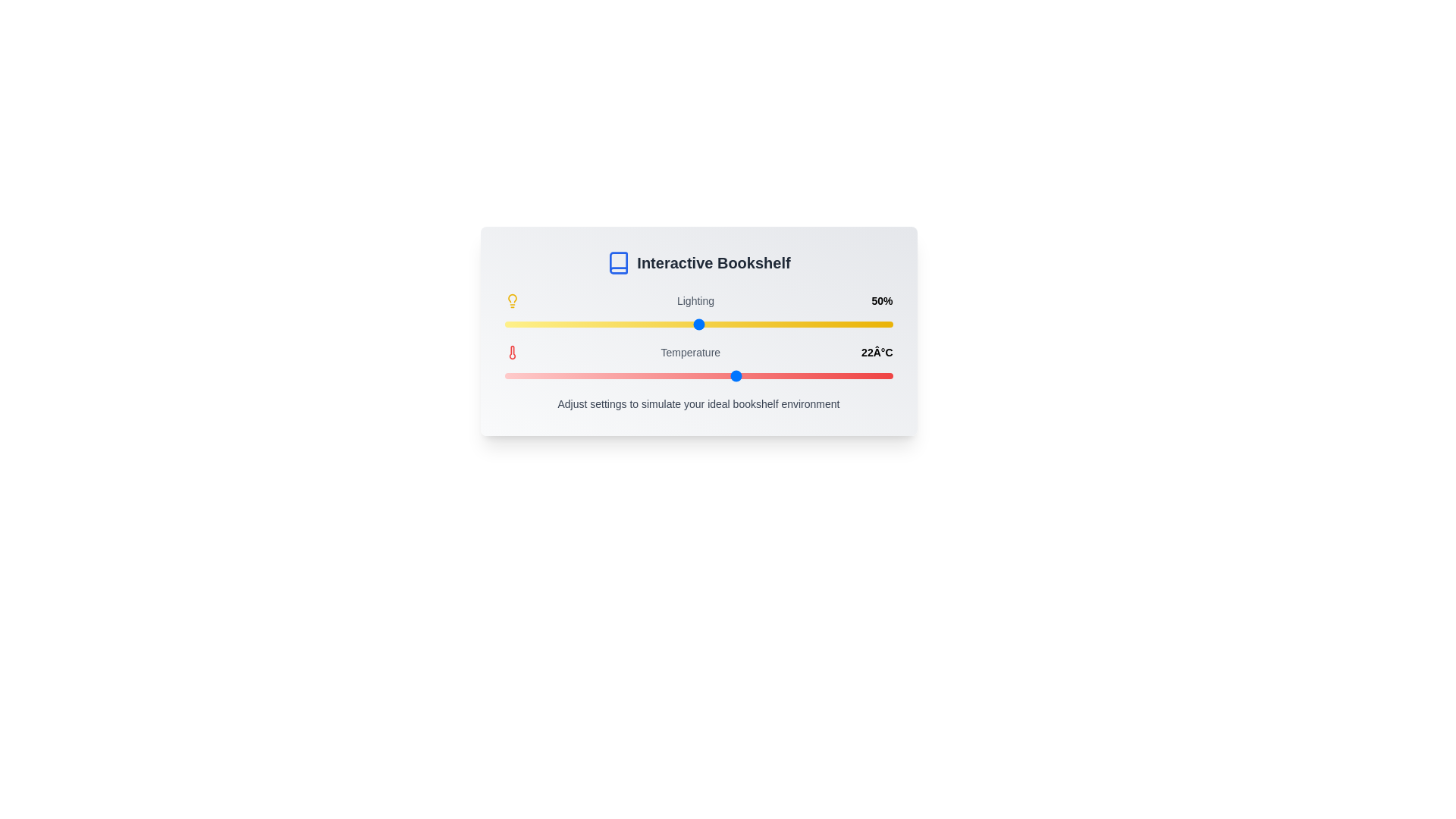 The height and width of the screenshot is (819, 1456). What do you see at coordinates (524, 375) in the screenshot?
I see `the temperature slider to 11°C` at bounding box center [524, 375].